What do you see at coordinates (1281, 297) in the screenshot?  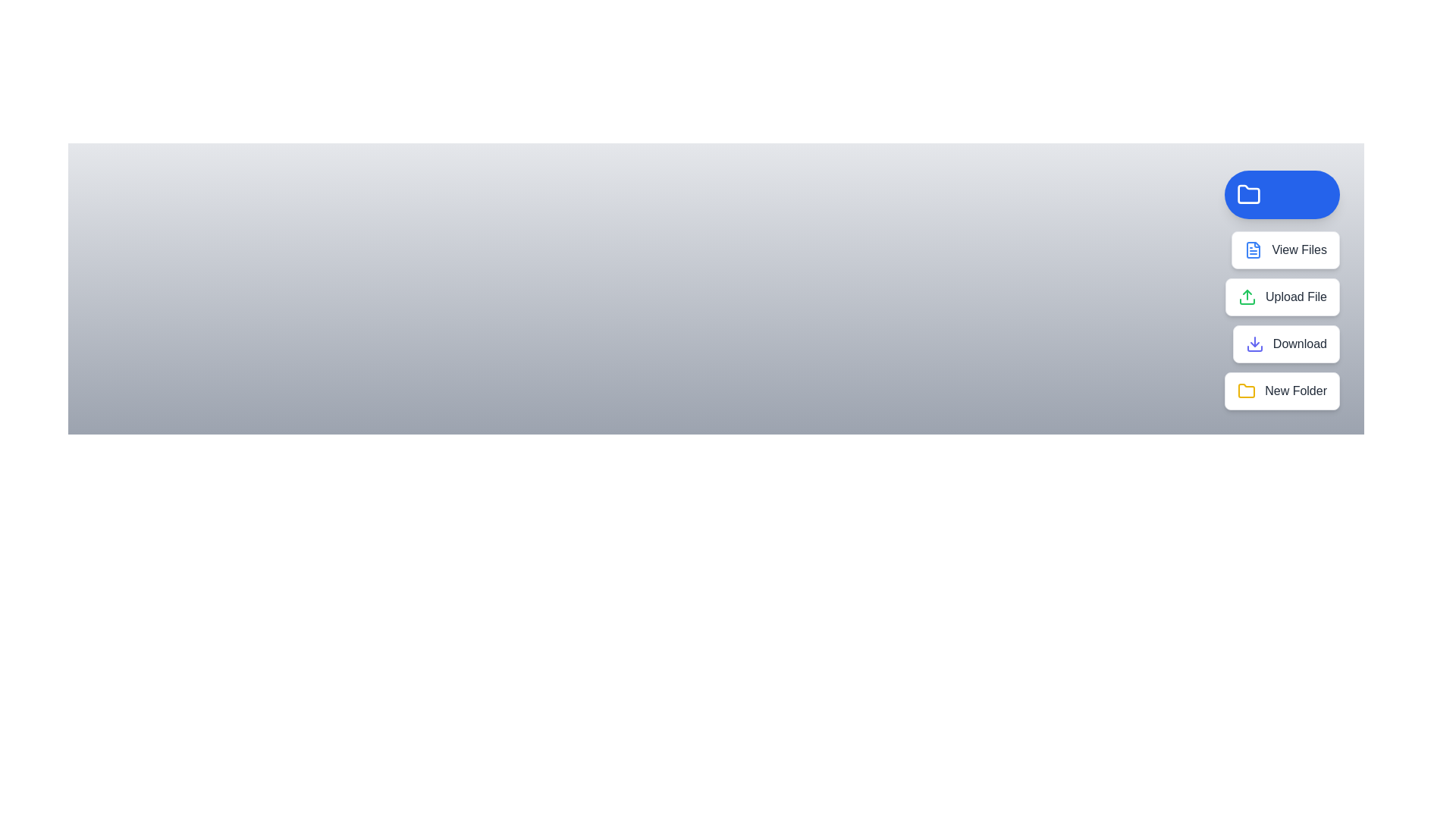 I see `the 'Upload File' button to initiate the file upload process` at bounding box center [1281, 297].